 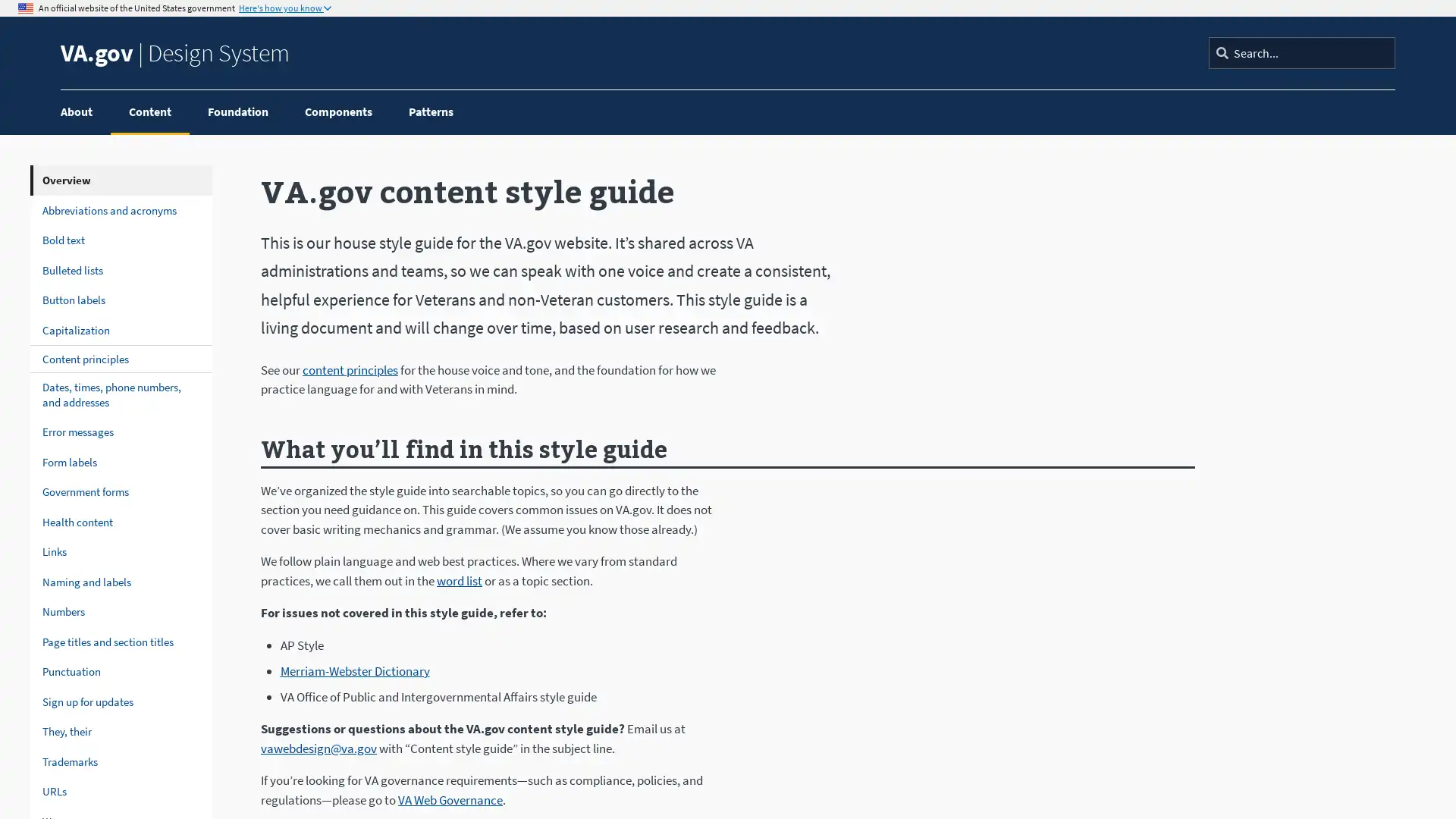 What do you see at coordinates (120, 359) in the screenshot?
I see `Content principles` at bounding box center [120, 359].